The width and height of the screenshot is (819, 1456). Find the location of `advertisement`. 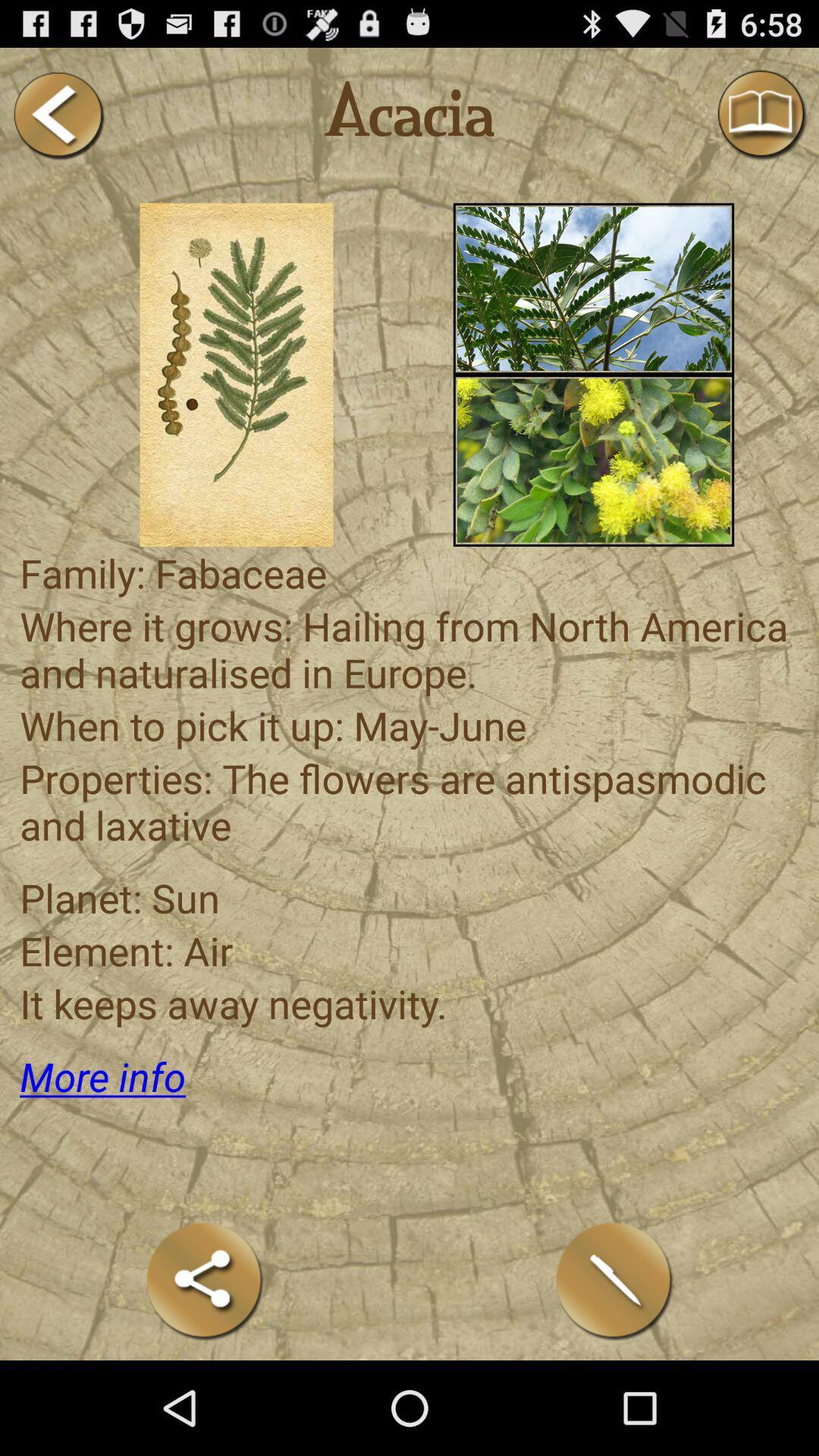

advertisement is located at coordinates (593, 460).